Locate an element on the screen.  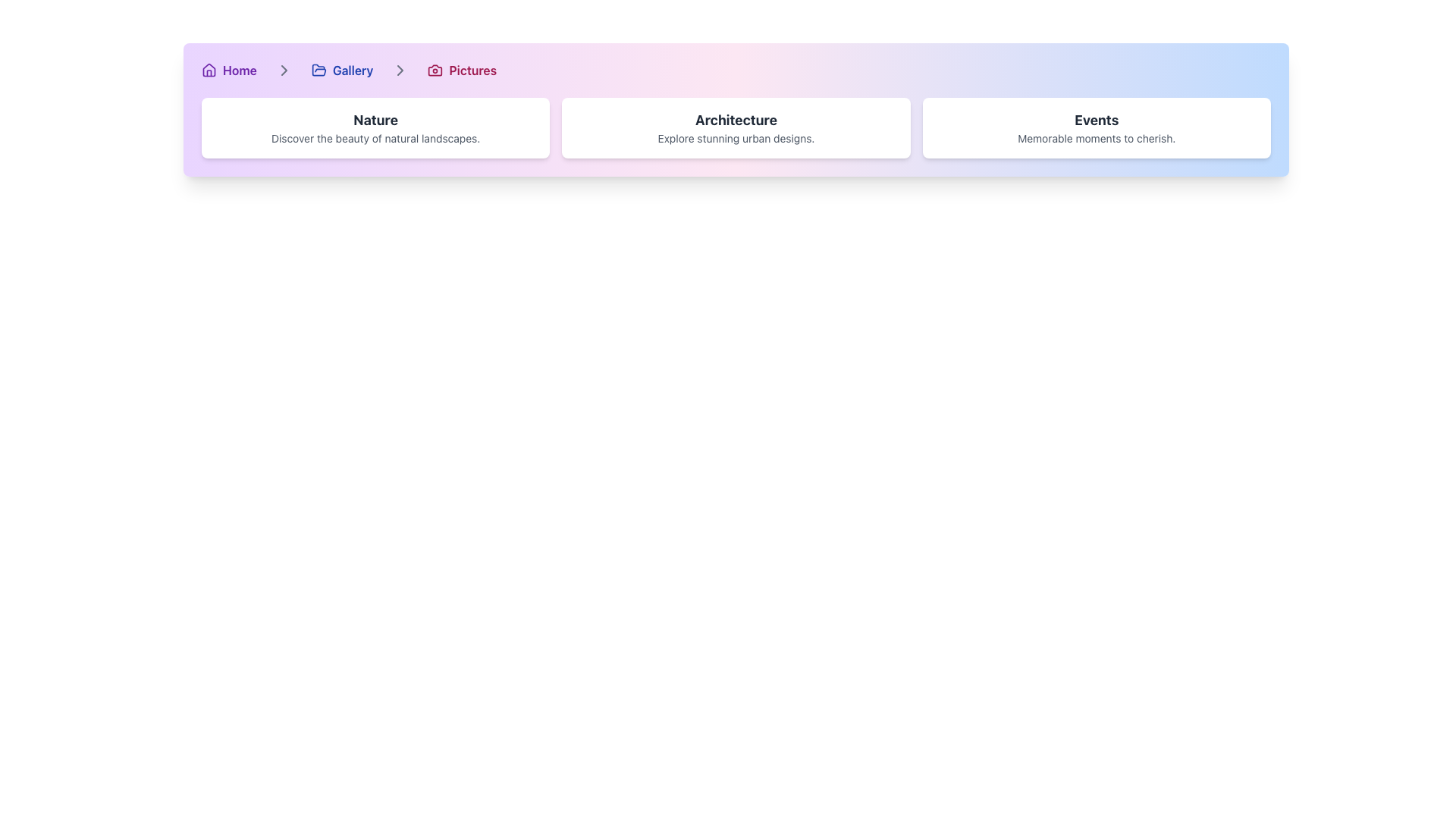
the 'Home' text label in the breadcrumb navigation bar is located at coordinates (239, 70).